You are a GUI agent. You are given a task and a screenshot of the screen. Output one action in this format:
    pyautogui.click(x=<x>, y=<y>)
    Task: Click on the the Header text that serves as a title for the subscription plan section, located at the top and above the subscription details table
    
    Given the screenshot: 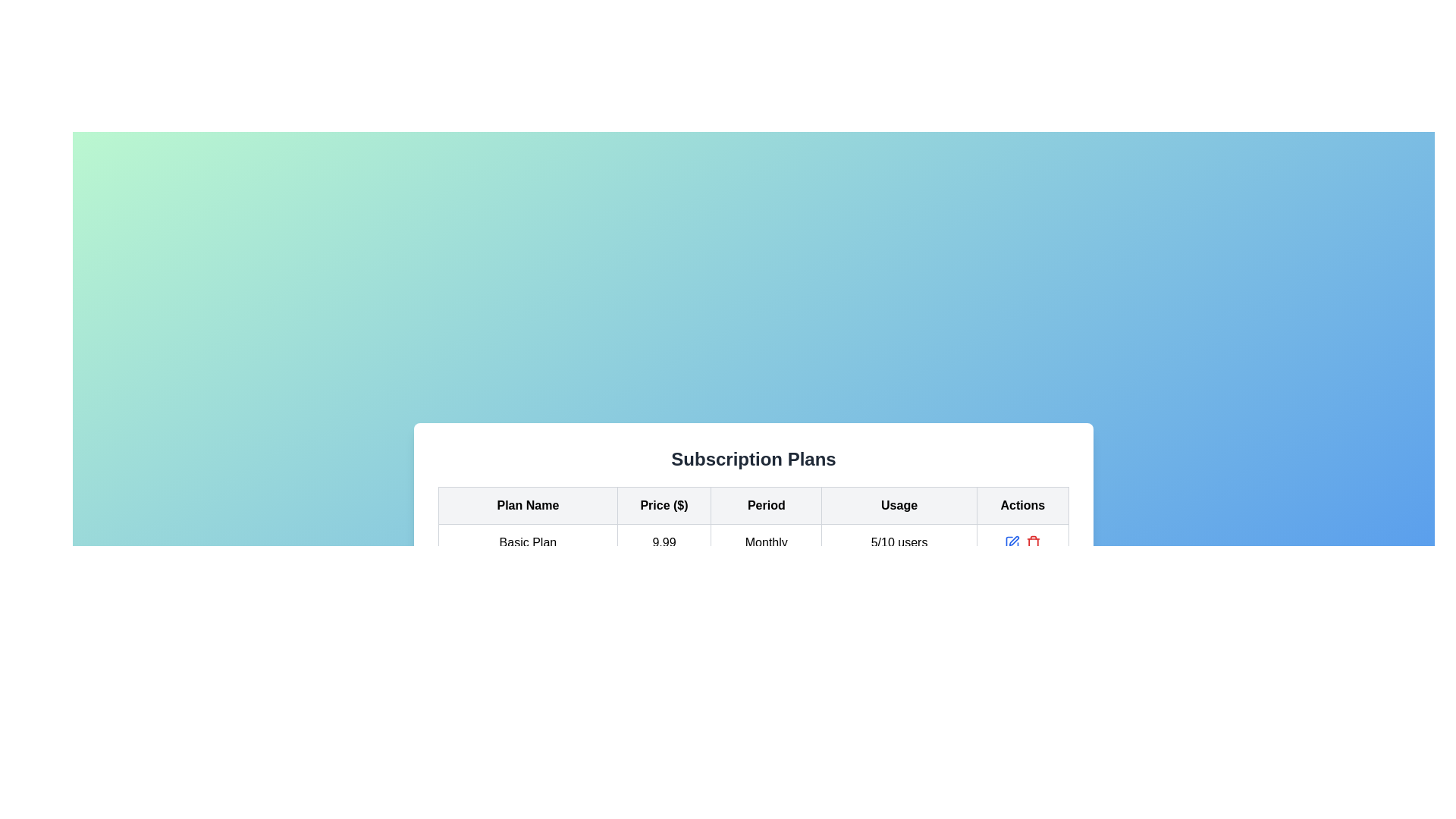 What is the action you would take?
    pyautogui.click(x=753, y=458)
    